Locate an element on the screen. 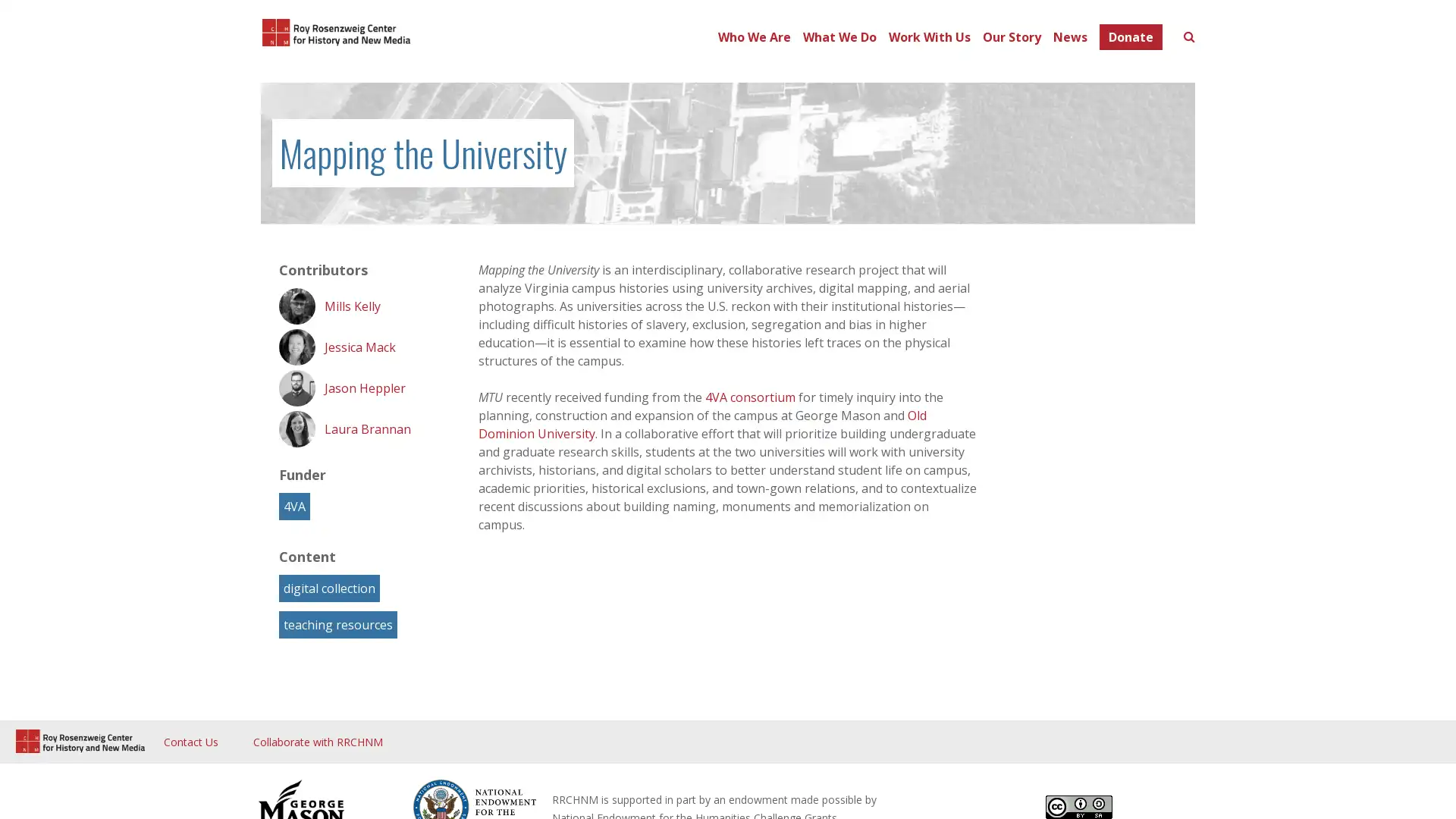  Toggle search form is located at coordinates (1188, 36).